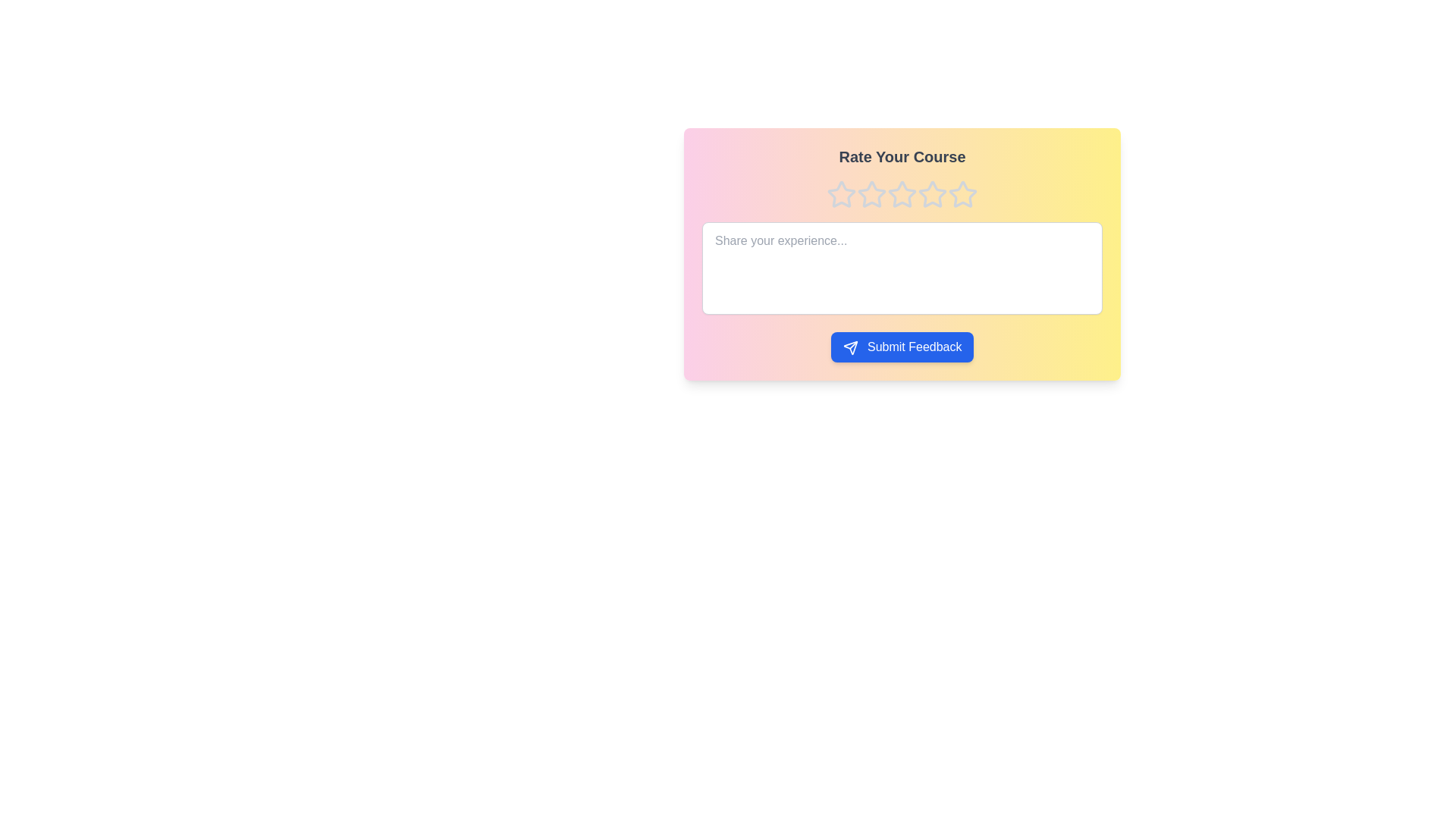 This screenshot has width=1456, height=819. I want to click on the third star icon used for ratings, which allows users to rate a course, so click(930, 193).